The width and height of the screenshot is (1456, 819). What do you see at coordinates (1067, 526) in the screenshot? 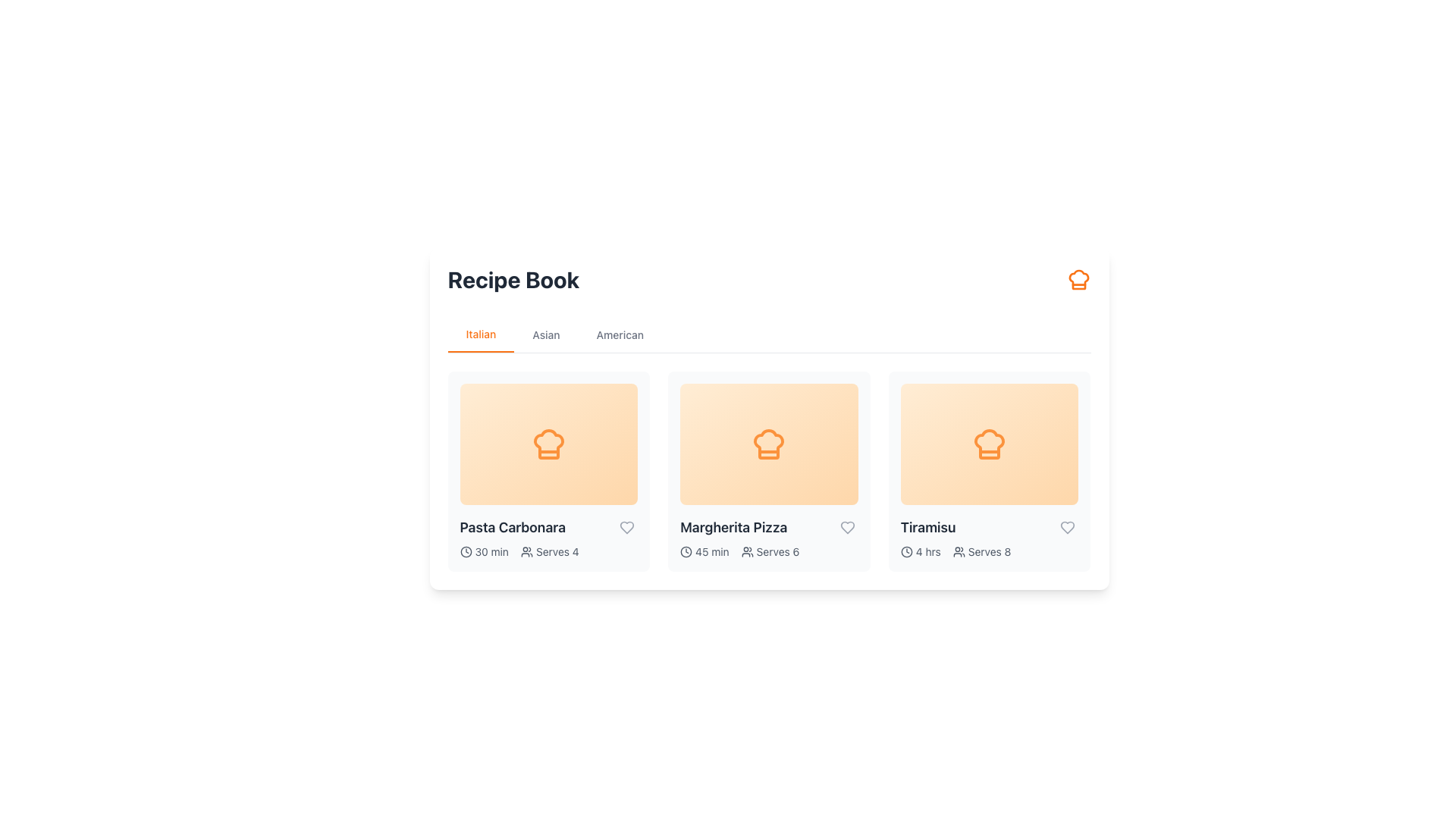
I see `the favorite button located in the bottom-right corner of the 'Tiramisu' recipe card` at bounding box center [1067, 526].